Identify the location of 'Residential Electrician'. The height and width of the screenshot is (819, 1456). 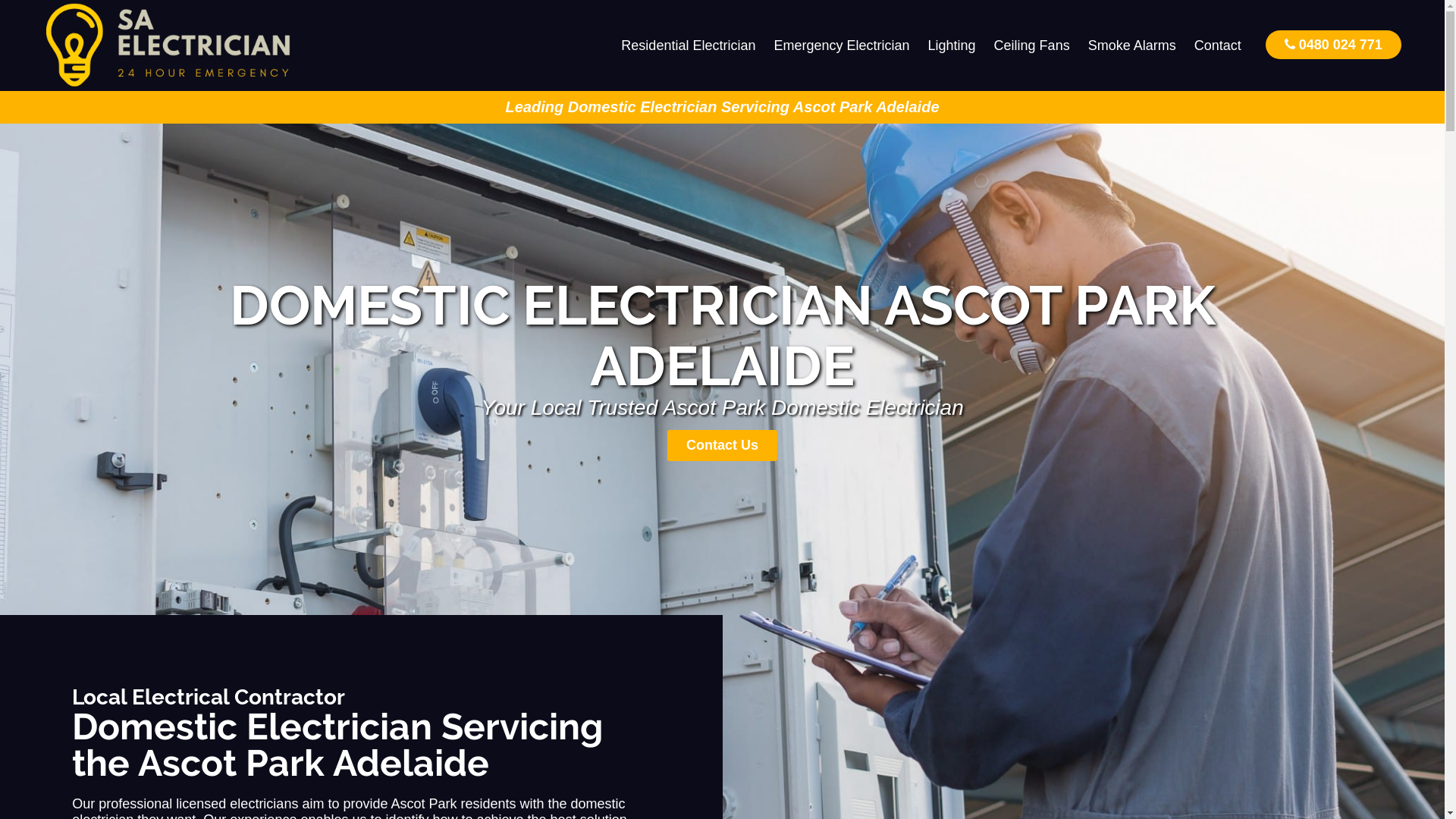
(687, 45).